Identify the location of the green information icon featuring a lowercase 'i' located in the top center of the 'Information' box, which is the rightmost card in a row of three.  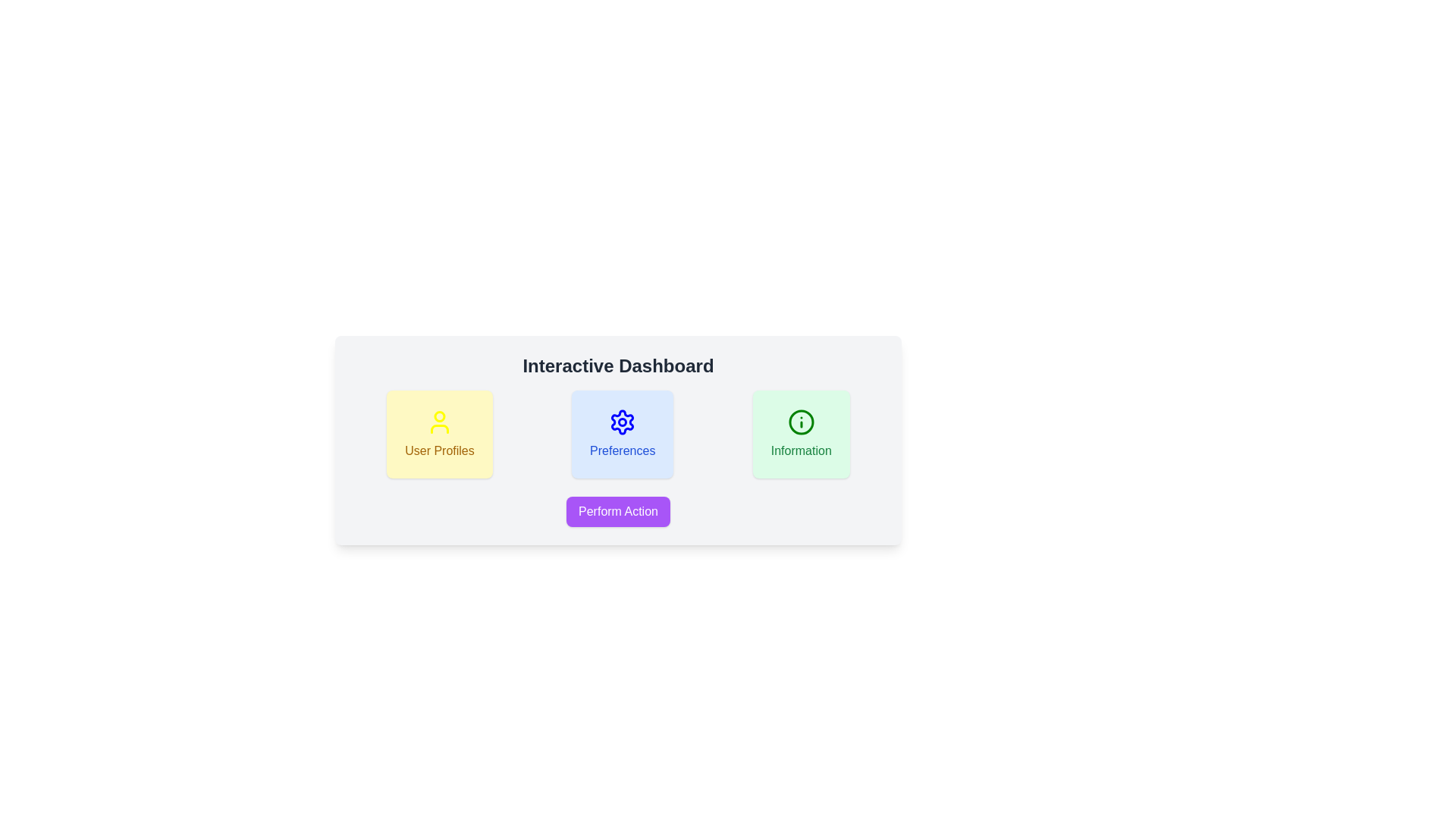
(800, 422).